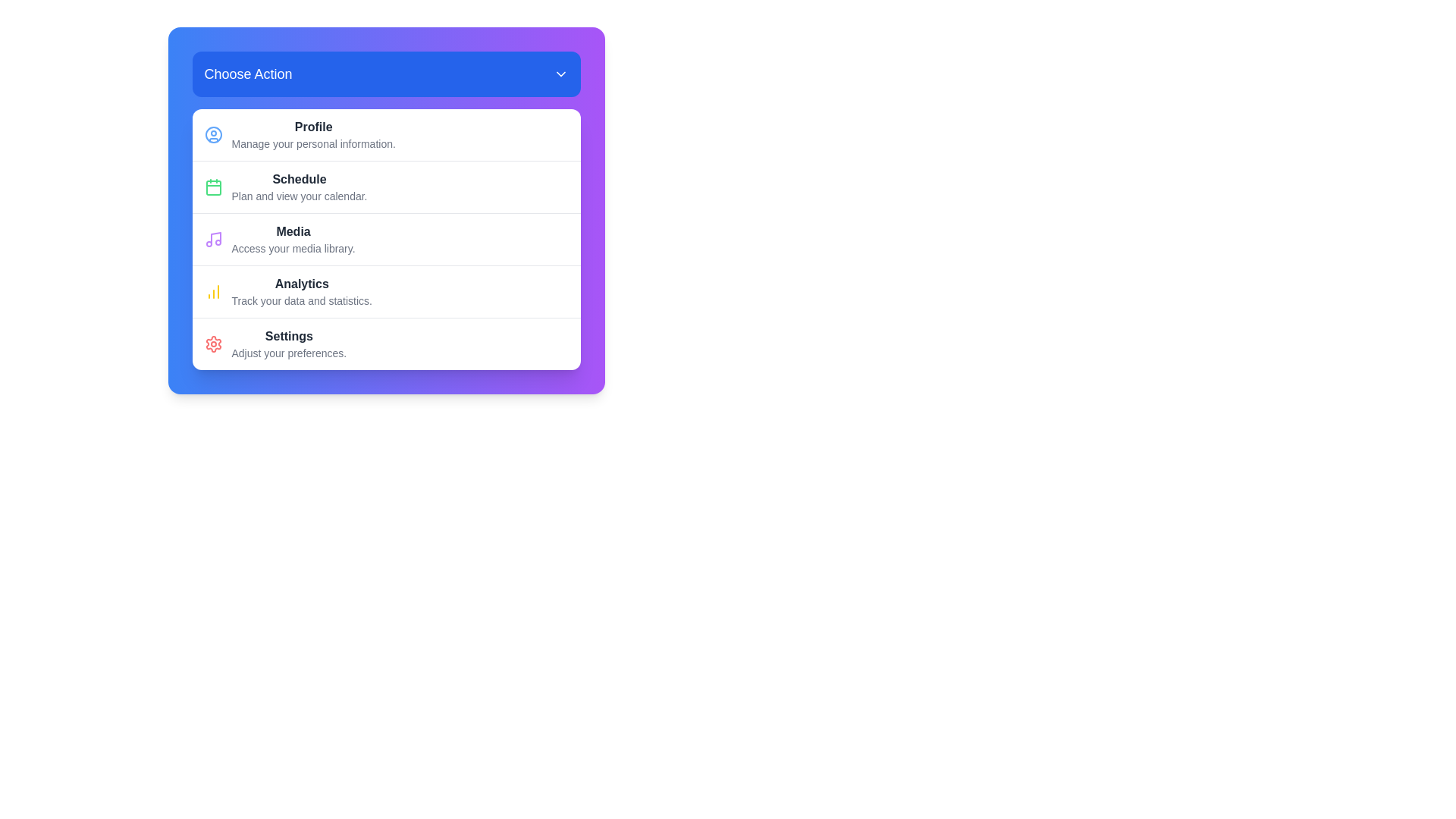  I want to click on the fourth menu item in the 'Choose Action' section, so click(386, 291).